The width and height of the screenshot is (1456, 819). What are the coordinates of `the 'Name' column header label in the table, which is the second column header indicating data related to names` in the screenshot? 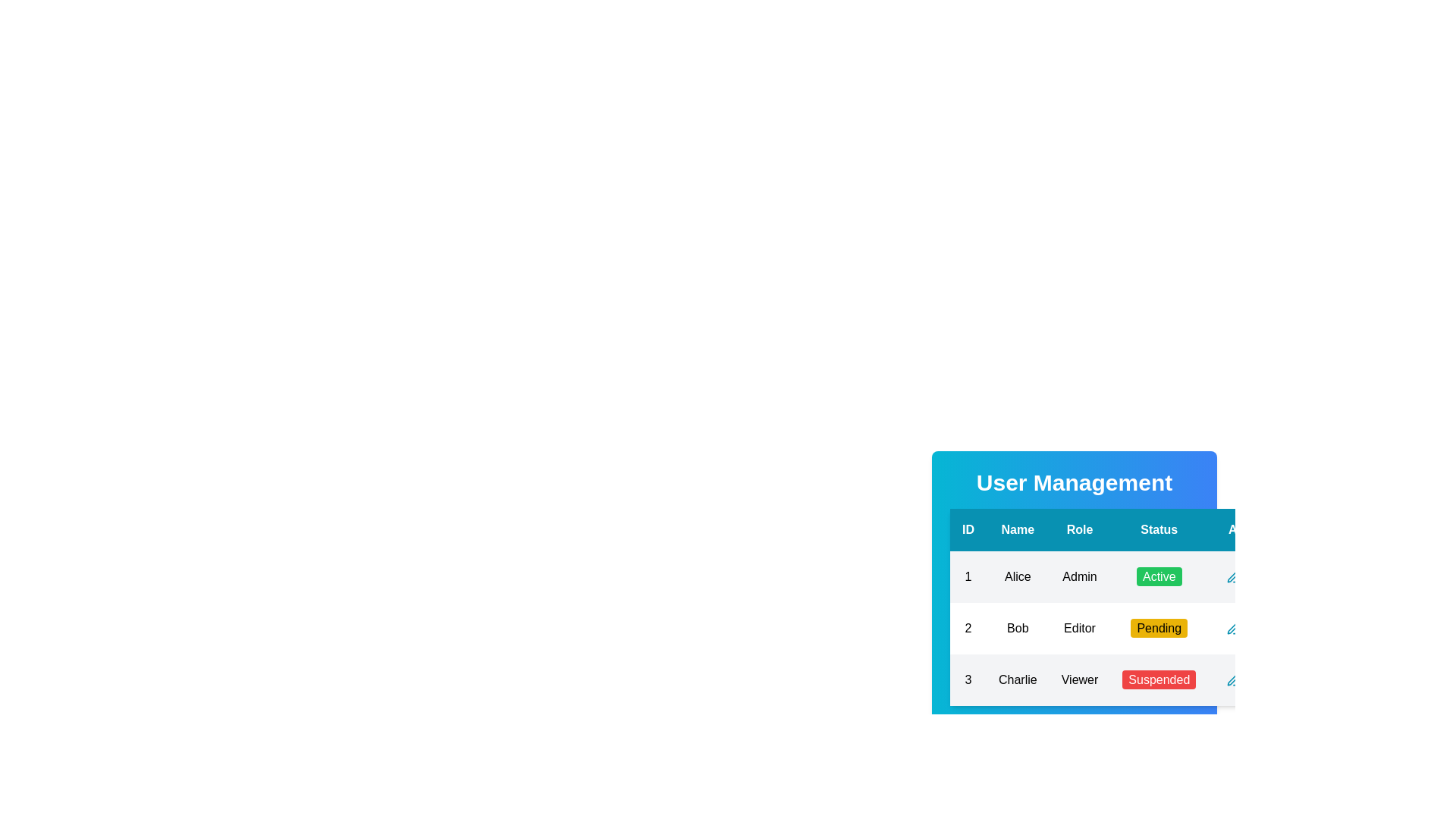 It's located at (1018, 529).